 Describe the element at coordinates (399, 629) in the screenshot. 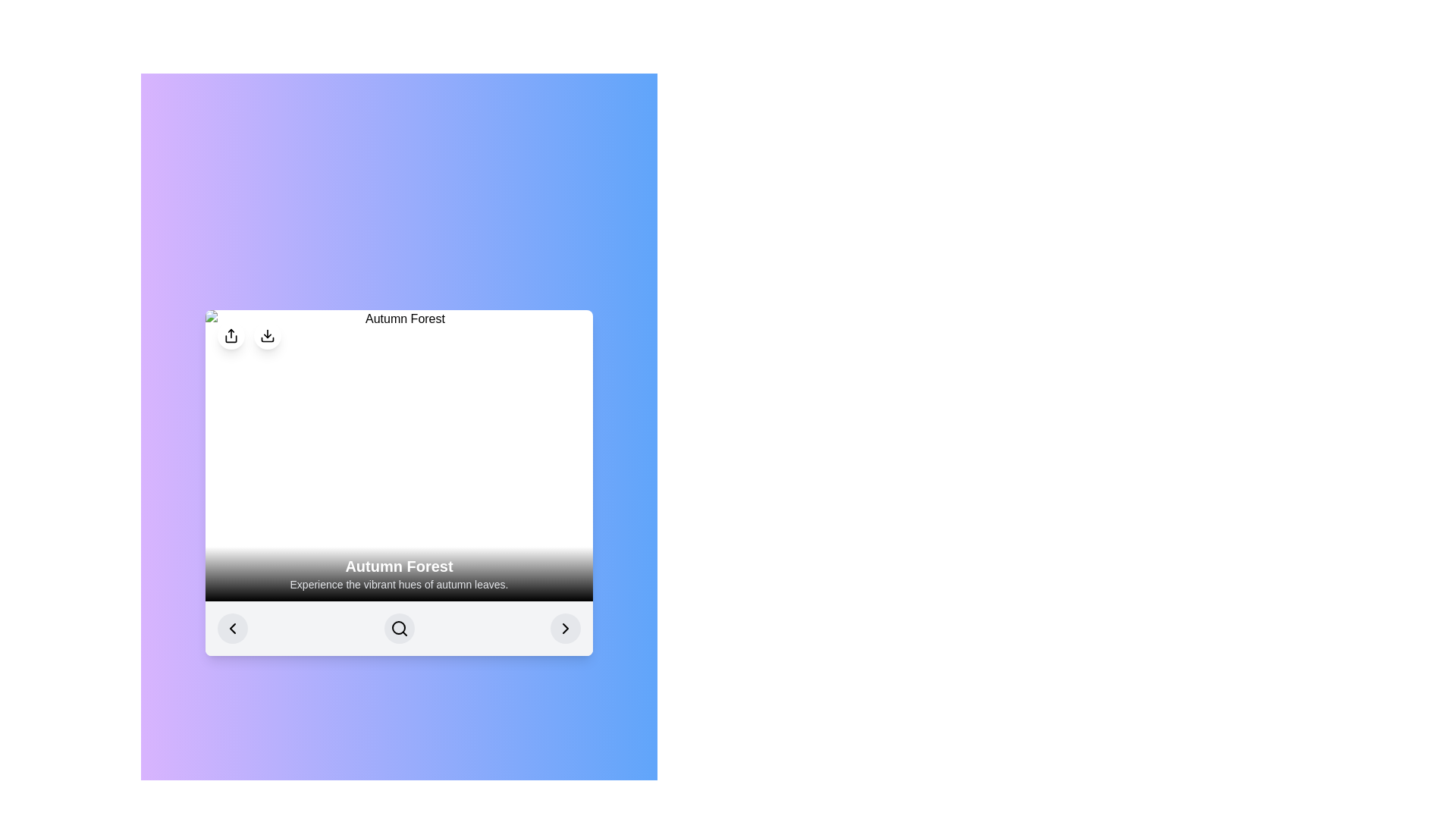

I see `the interactive button located at the center of the row of three buttons at the base of the card` at that location.